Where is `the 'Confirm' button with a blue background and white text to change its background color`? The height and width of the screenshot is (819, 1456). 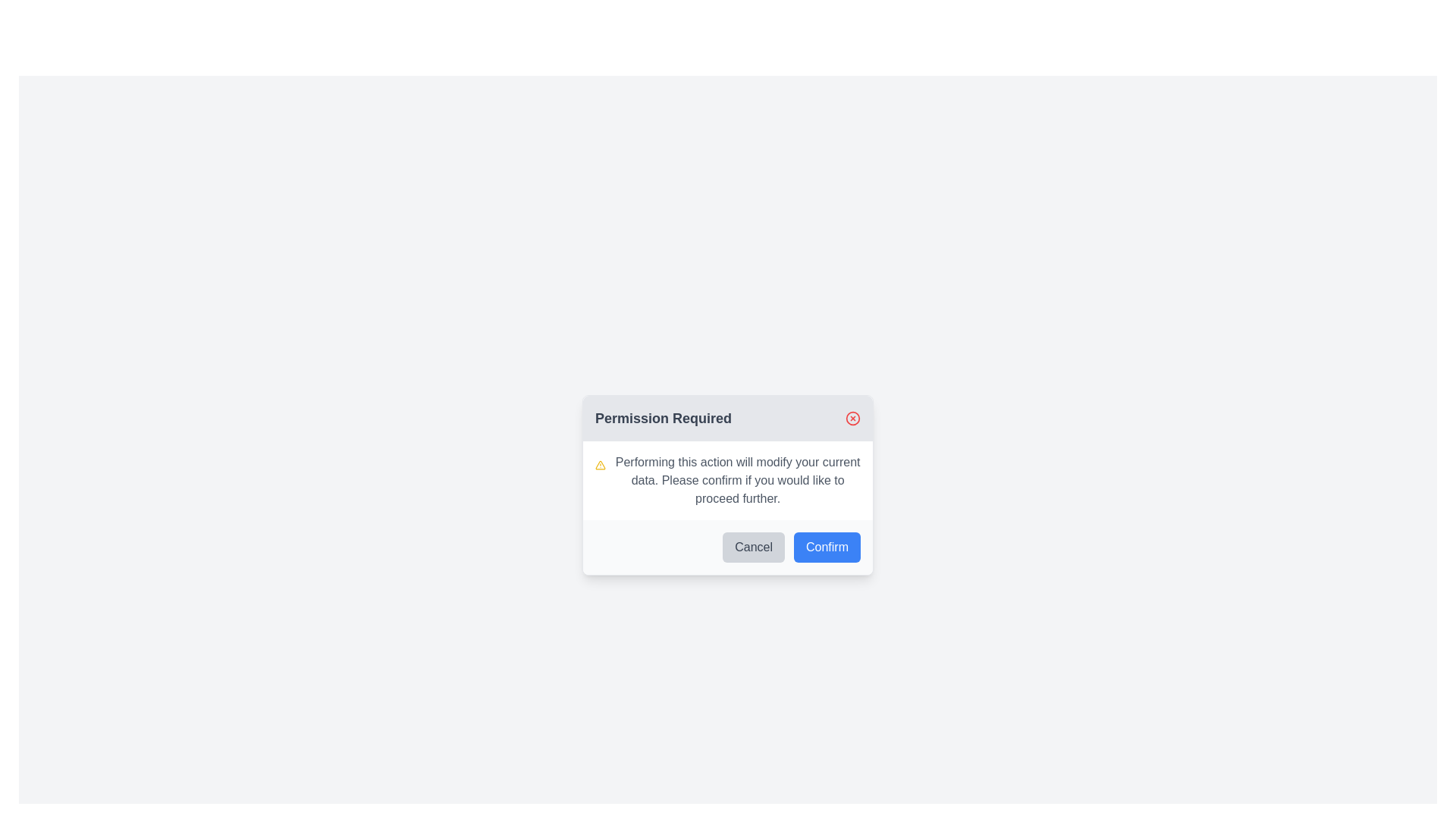
the 'Confirm' button with a blue background and white text to change its background color is located at coordinates (826, 547).